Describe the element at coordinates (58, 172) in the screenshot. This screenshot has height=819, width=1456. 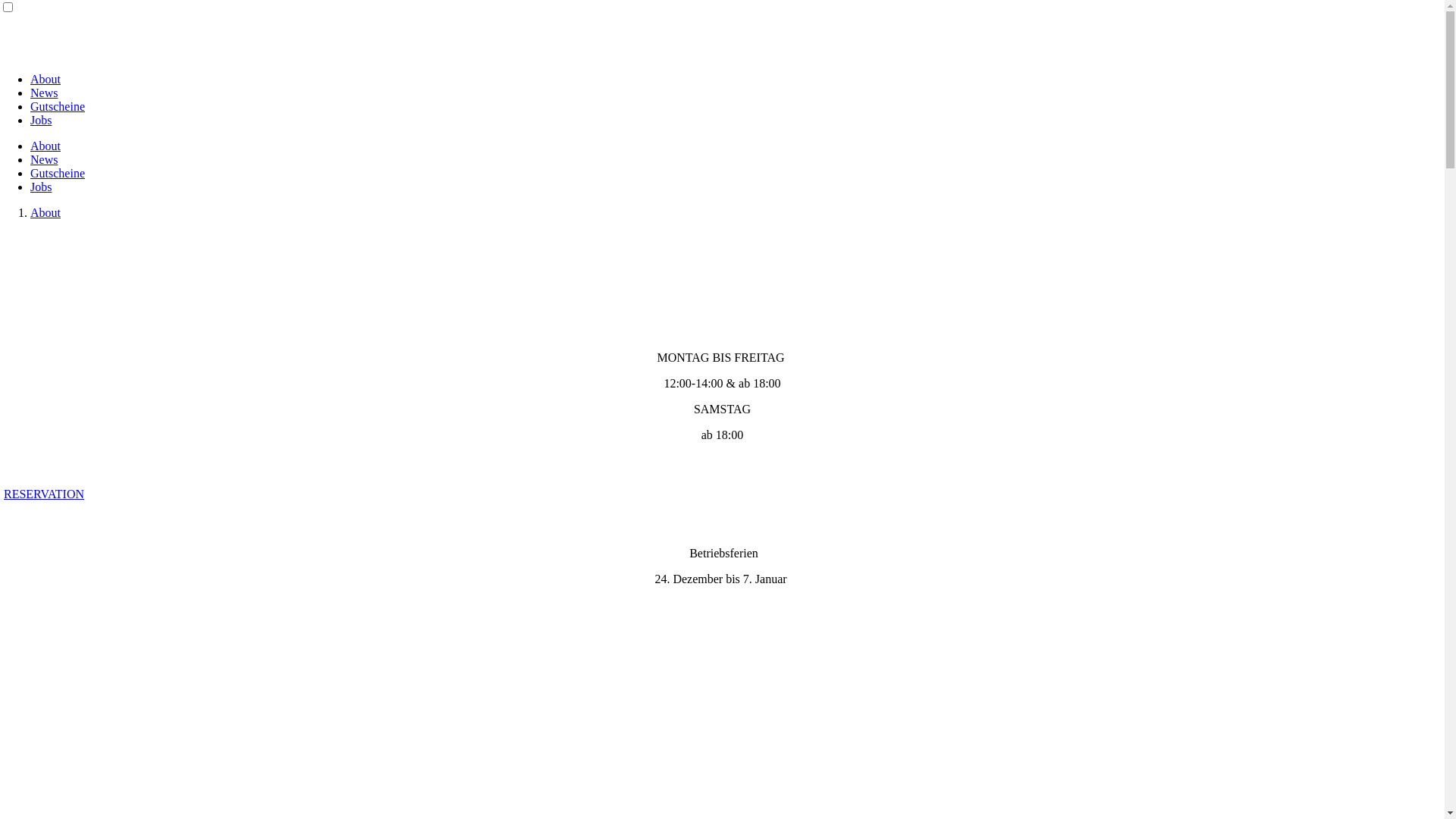
I see `'Gutscheine'` at that location.